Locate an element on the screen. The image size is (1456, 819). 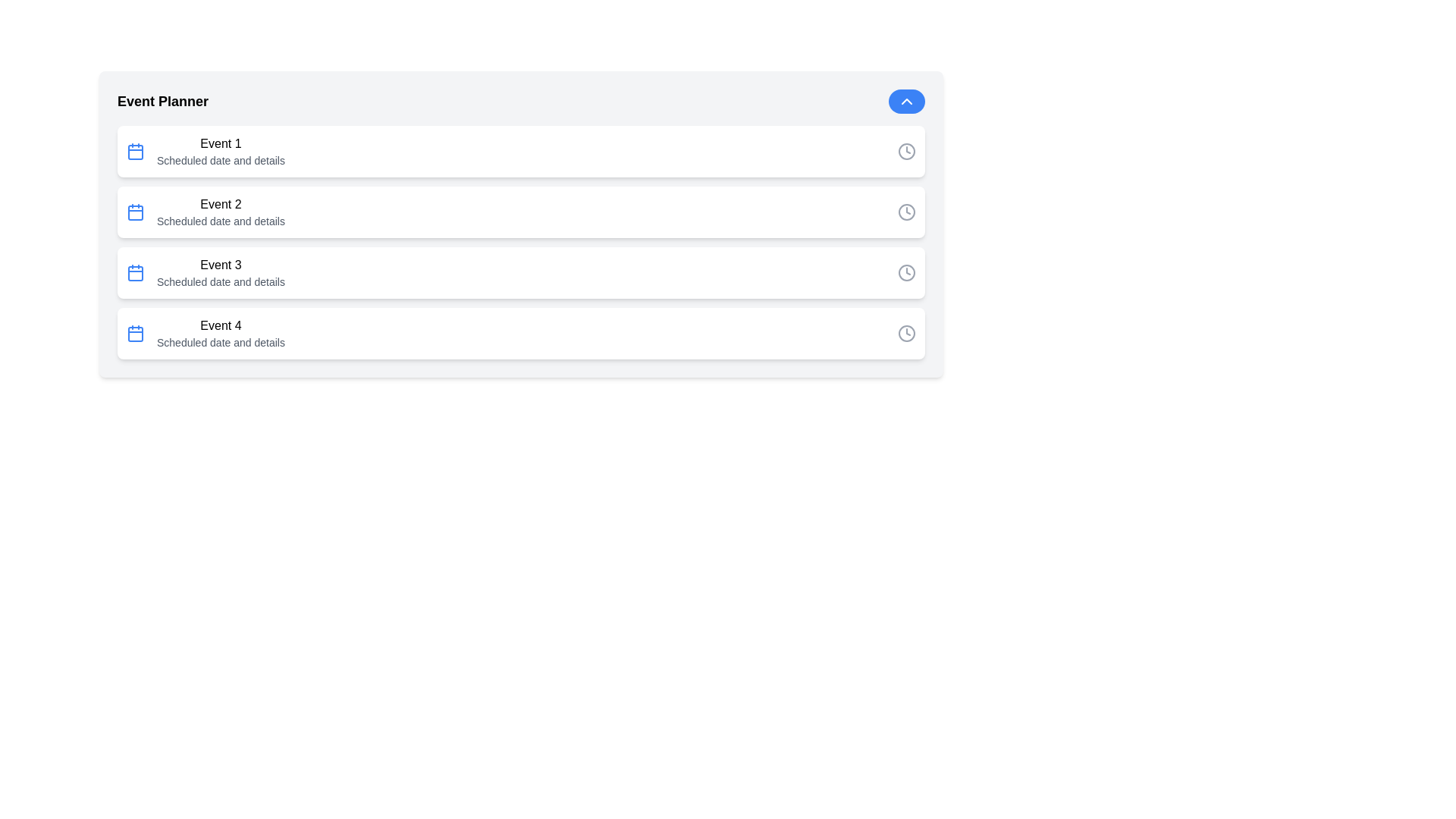
the clock icon, which is a circular outline with clock hands, located to the far right of the 'Event 4' row and adjacent to 'Scheduled date and details' is located at coordinates (906, 332).